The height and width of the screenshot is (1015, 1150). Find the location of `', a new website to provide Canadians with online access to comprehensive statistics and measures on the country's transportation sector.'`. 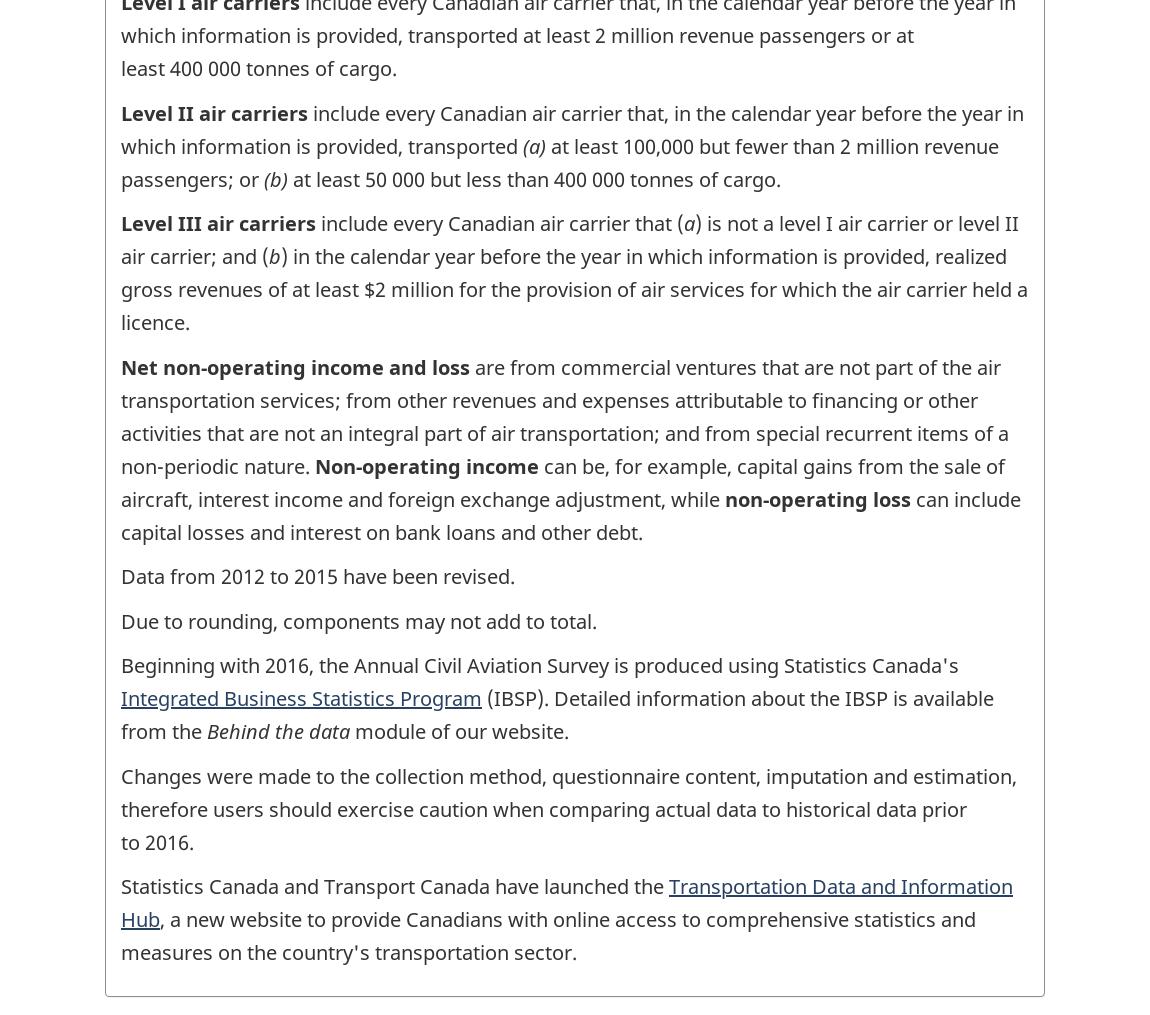

', a new website to provide Canadians with online access to comprehensive statistics and measures on the country's transportation sector.' is located at coordinates (119, 935).